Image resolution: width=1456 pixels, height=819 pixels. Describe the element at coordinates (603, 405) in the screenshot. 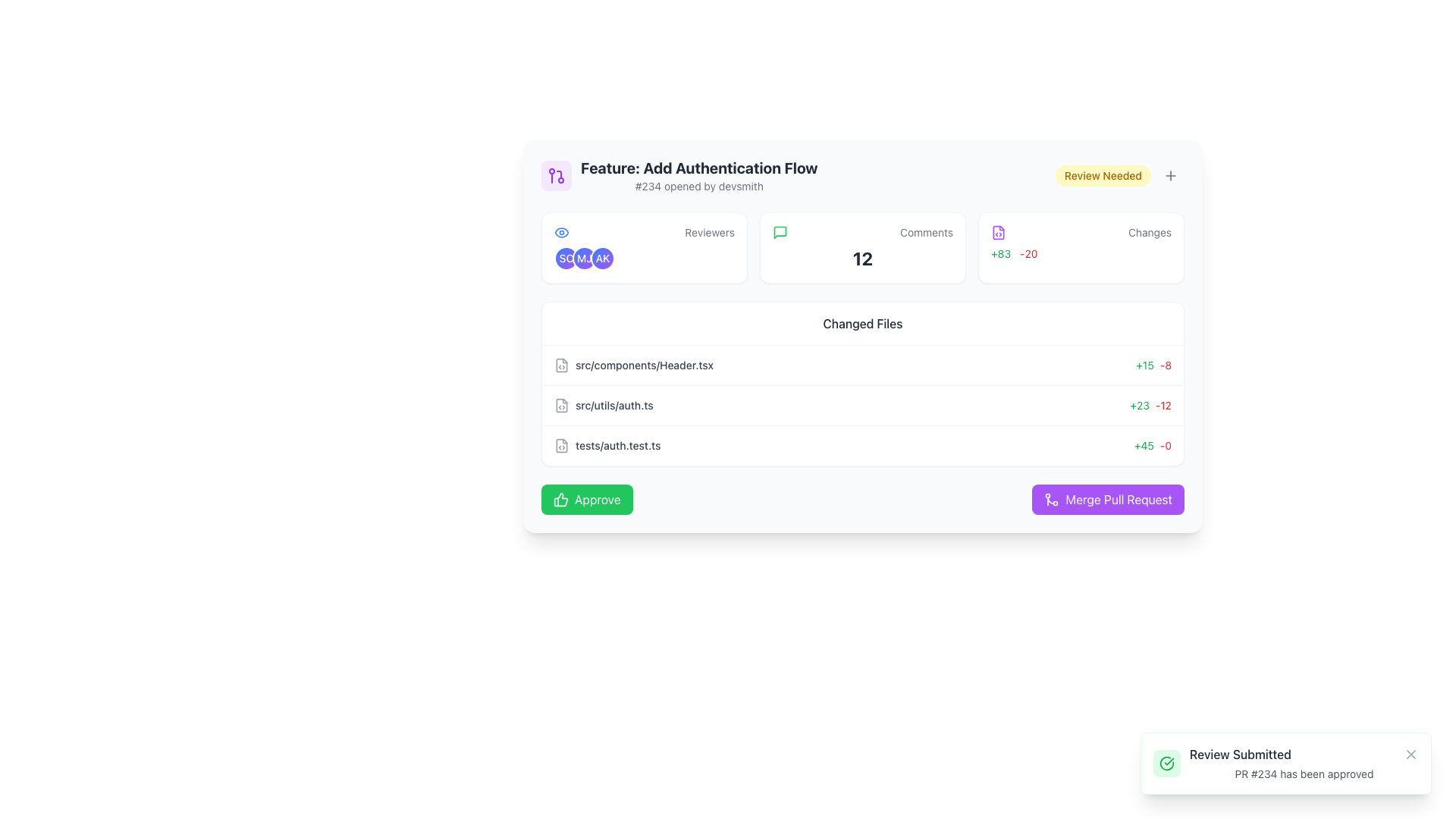

I see `the second list item entry under the 'Changed Files' header` at that location.